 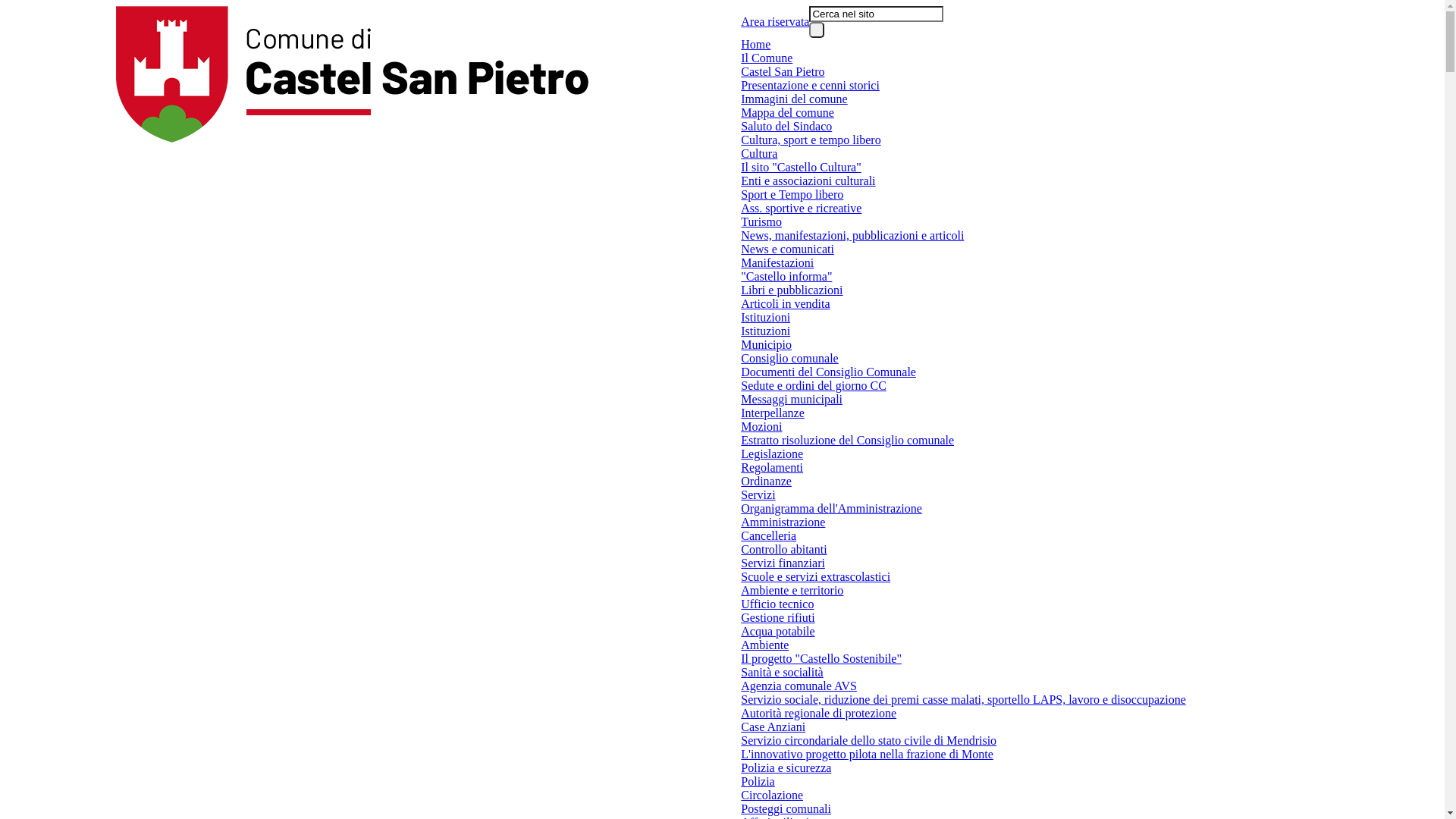 What do you see at coordinates (766, 345) in the screenshot?
I see `'Municipio'` at bounding box center [766, 345].